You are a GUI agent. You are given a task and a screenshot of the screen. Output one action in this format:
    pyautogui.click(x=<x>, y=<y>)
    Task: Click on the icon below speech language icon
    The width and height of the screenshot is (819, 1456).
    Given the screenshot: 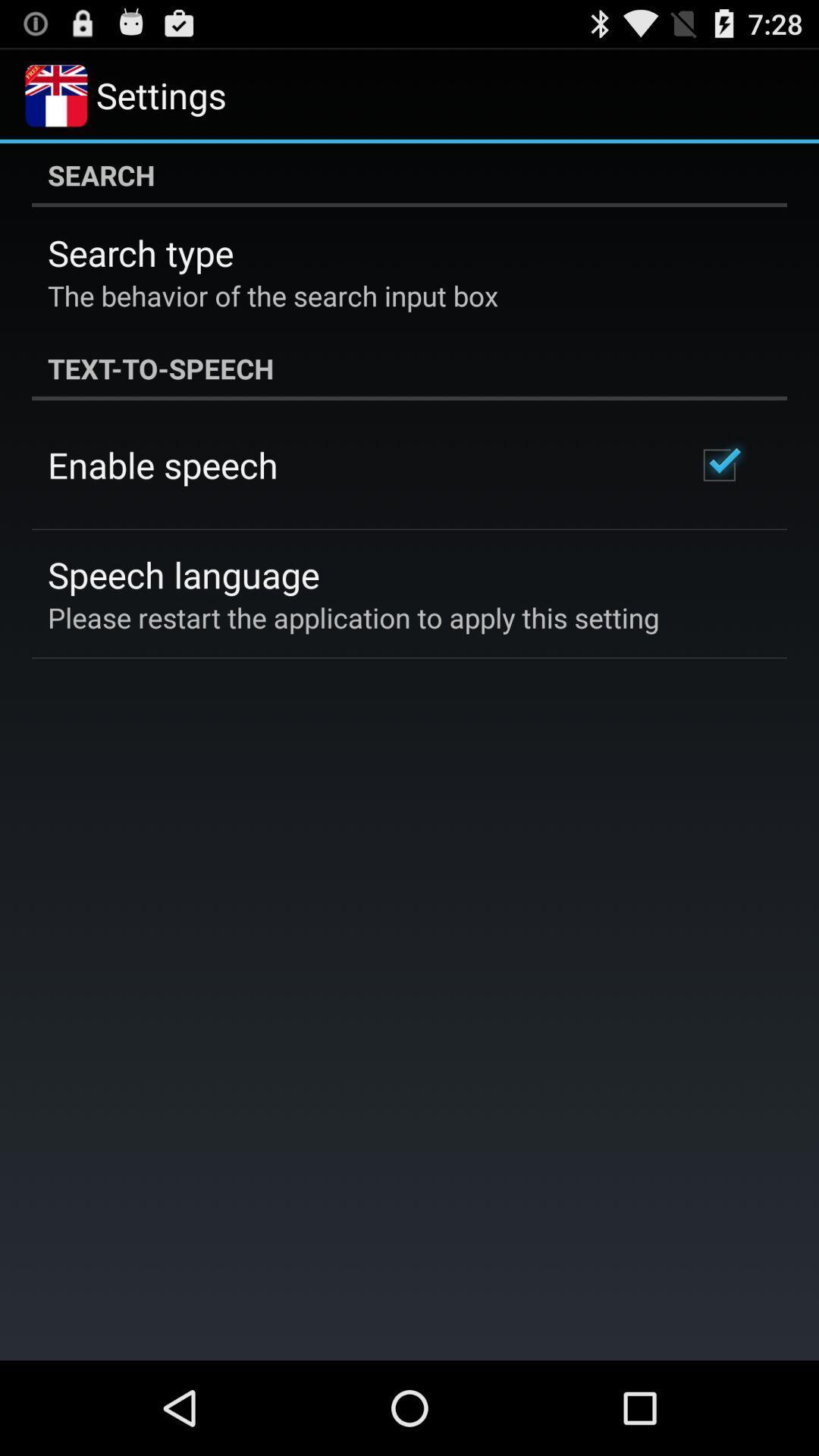 What is the action you would take?
    pyautogui.click(x=353, y=617)
    